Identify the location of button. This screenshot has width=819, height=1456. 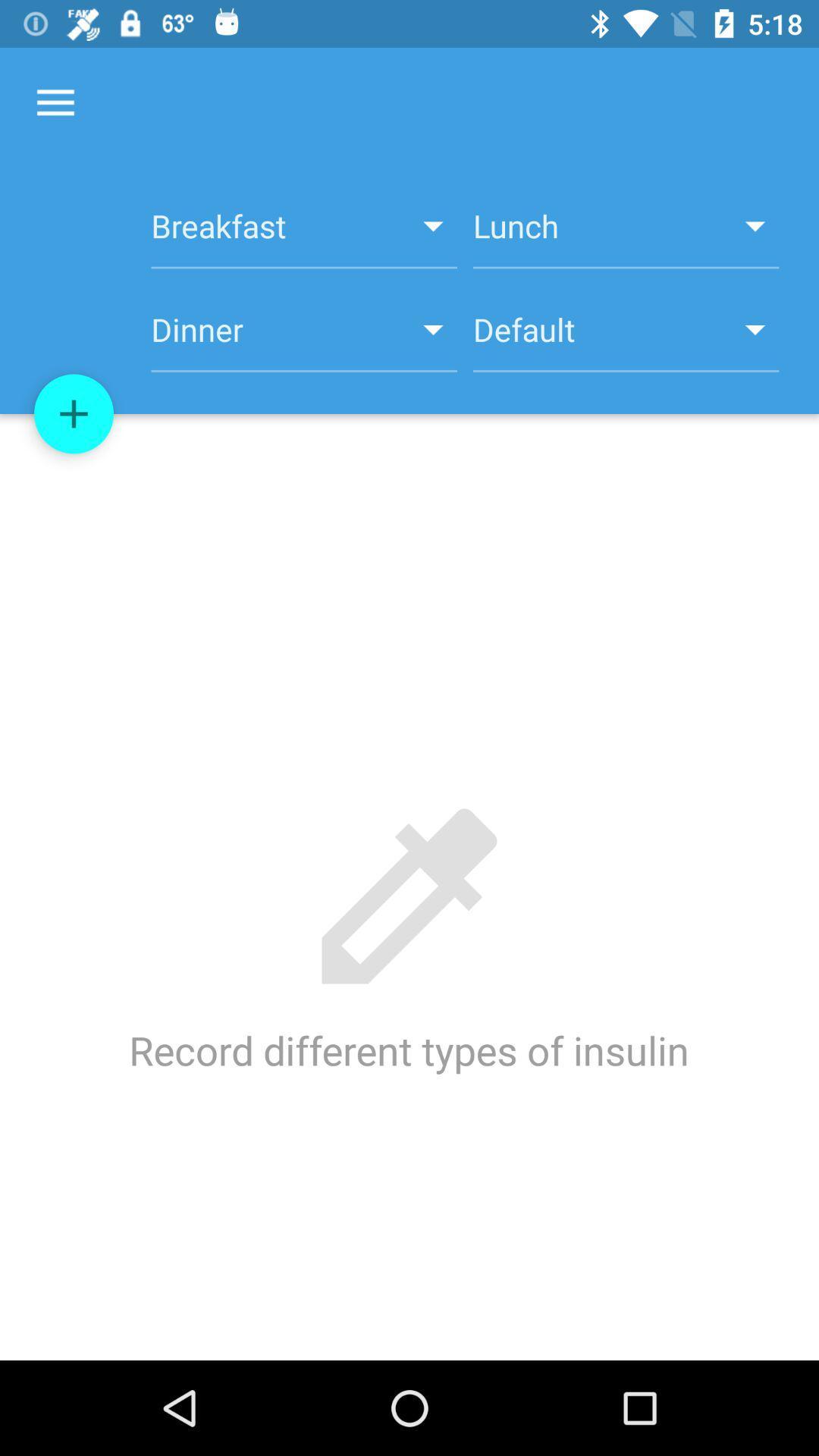
(74, 414).